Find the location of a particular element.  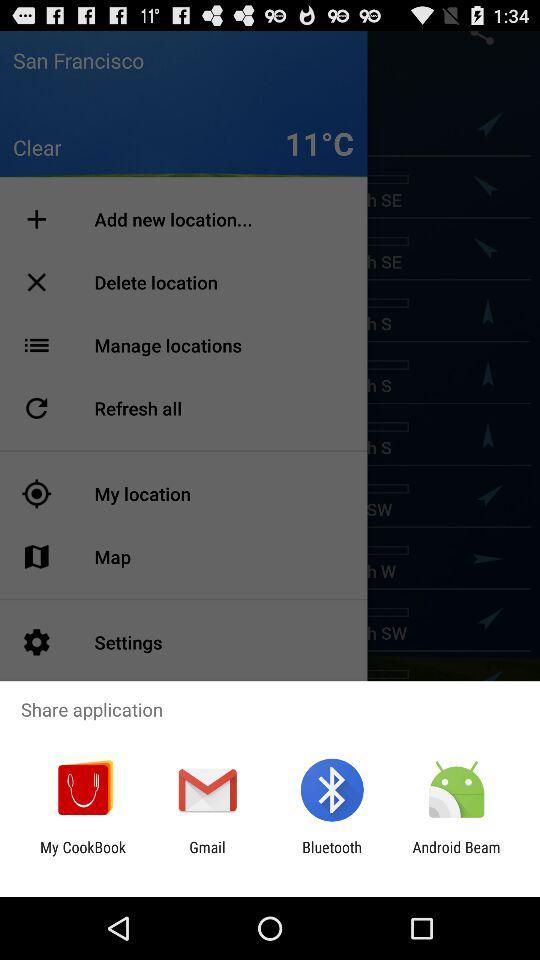

the android beam item is located at coordinates (456, 855).